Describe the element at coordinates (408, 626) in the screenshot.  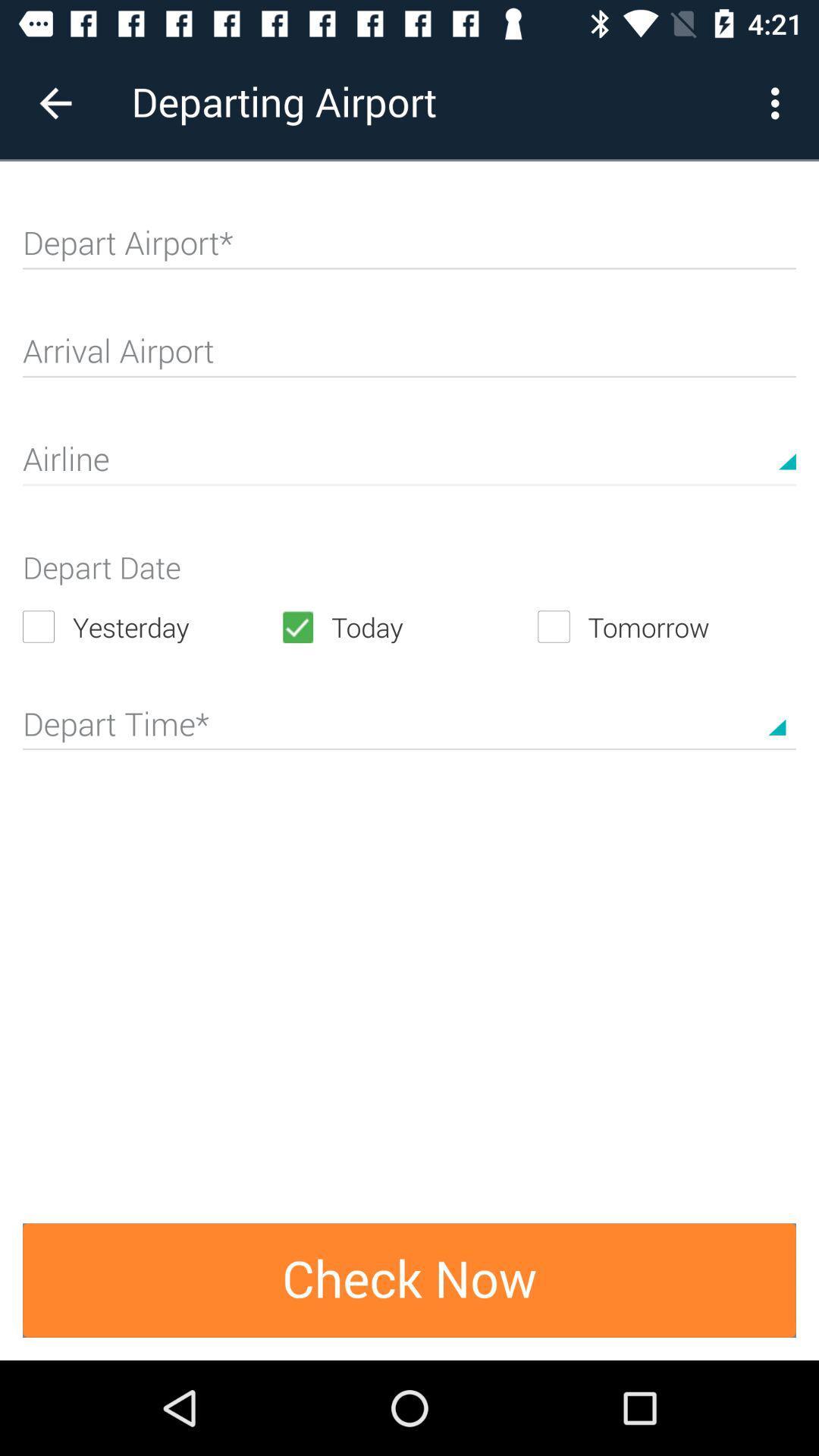
I see `the icon to the right of the yesterday item` at that location.